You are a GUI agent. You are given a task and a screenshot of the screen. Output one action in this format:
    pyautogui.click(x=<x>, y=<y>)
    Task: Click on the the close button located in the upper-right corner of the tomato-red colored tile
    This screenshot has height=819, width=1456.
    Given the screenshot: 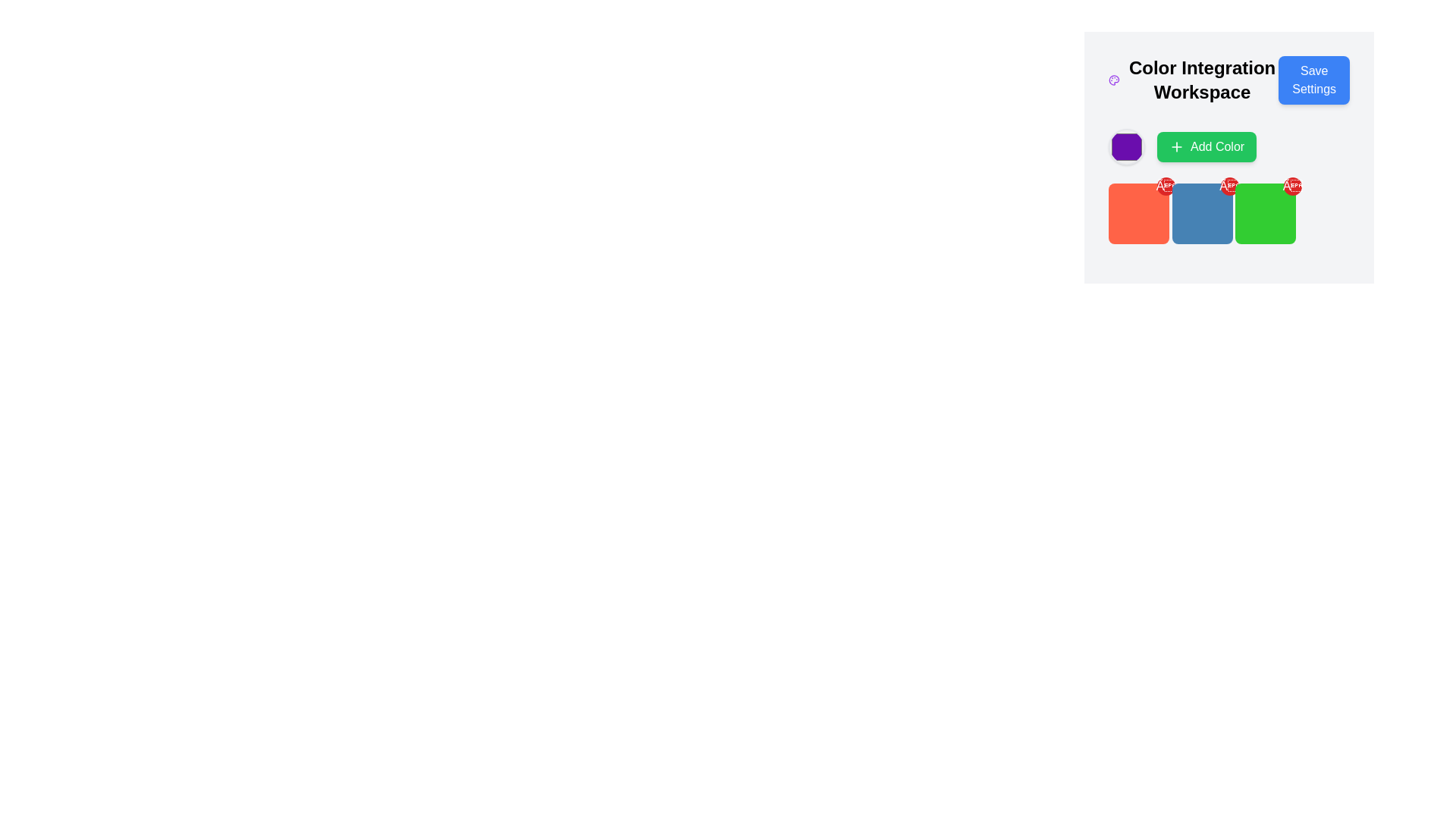 What is the action you would take?
    pyautogui.click(x=1165, y=186)
    